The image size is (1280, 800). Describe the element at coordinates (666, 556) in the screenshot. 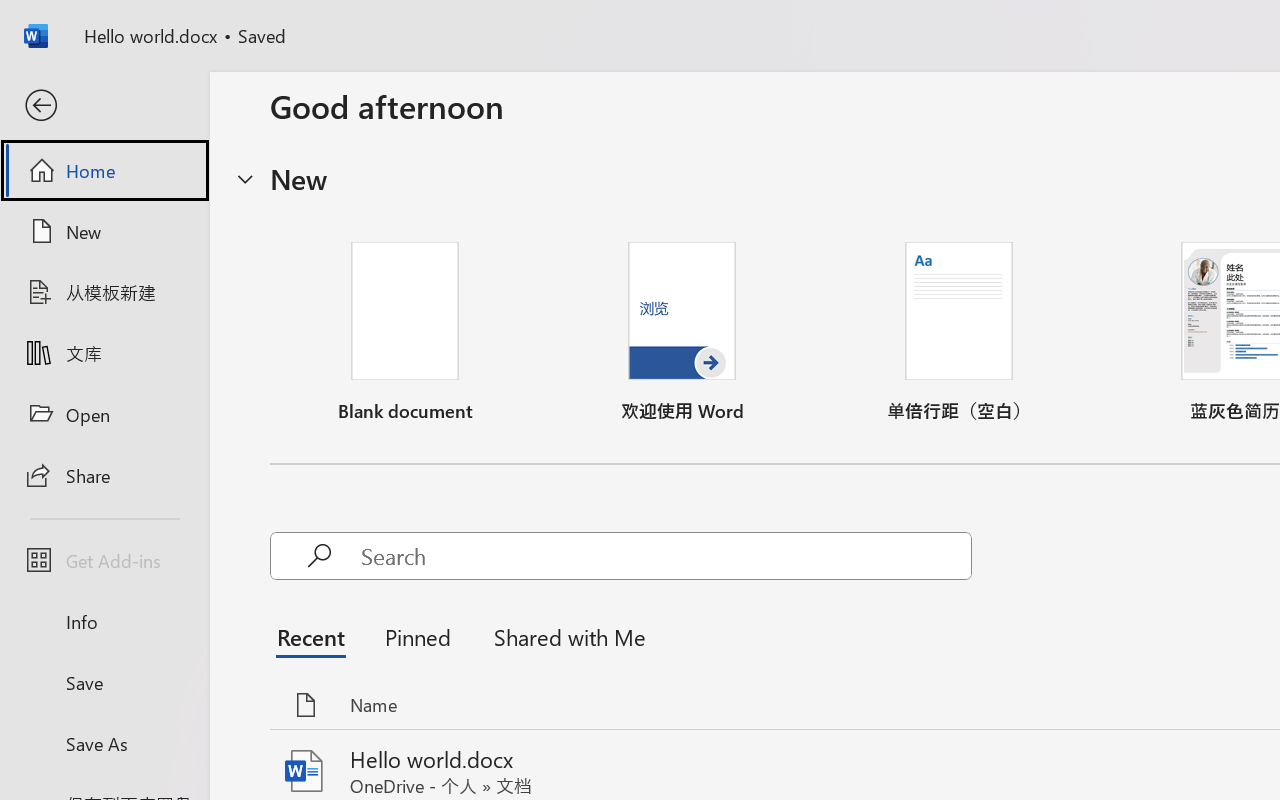

I see `'Search'` at that location.